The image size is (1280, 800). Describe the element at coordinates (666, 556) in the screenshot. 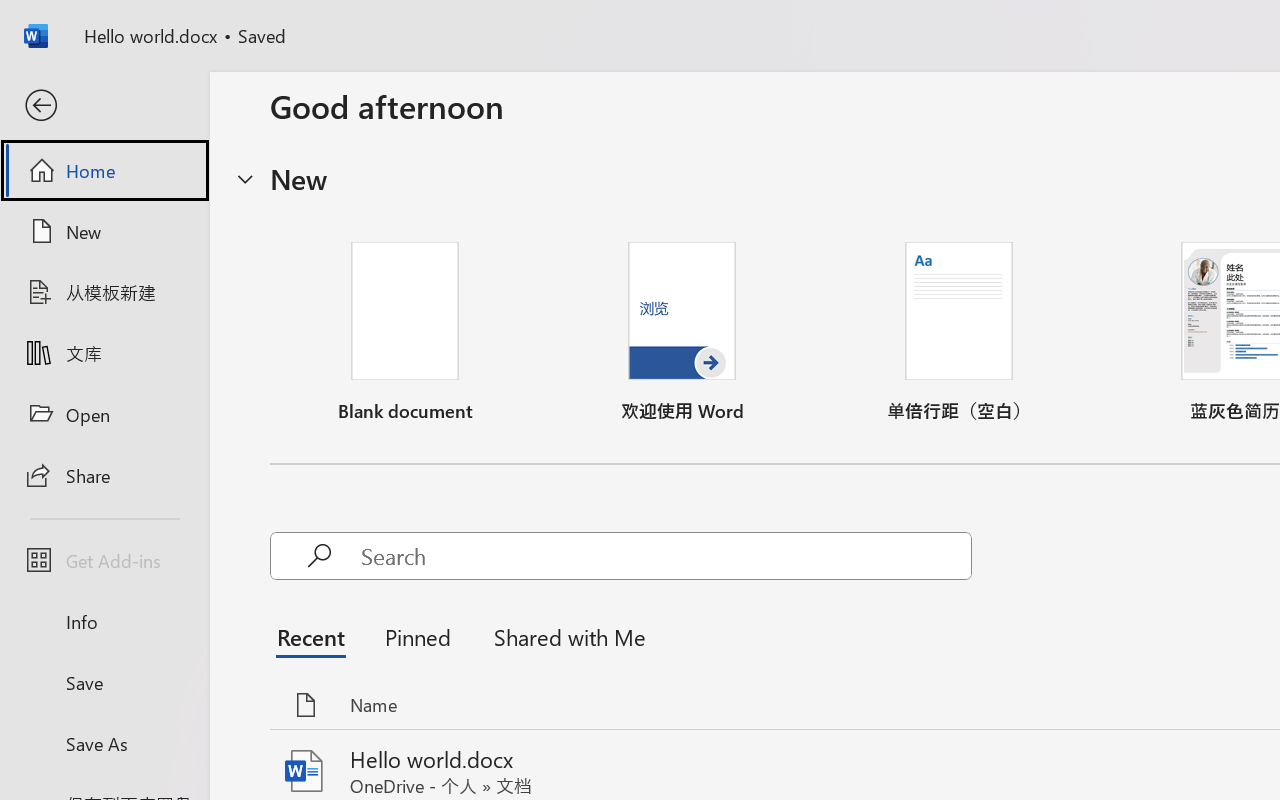

I see `'Search'` at that location.